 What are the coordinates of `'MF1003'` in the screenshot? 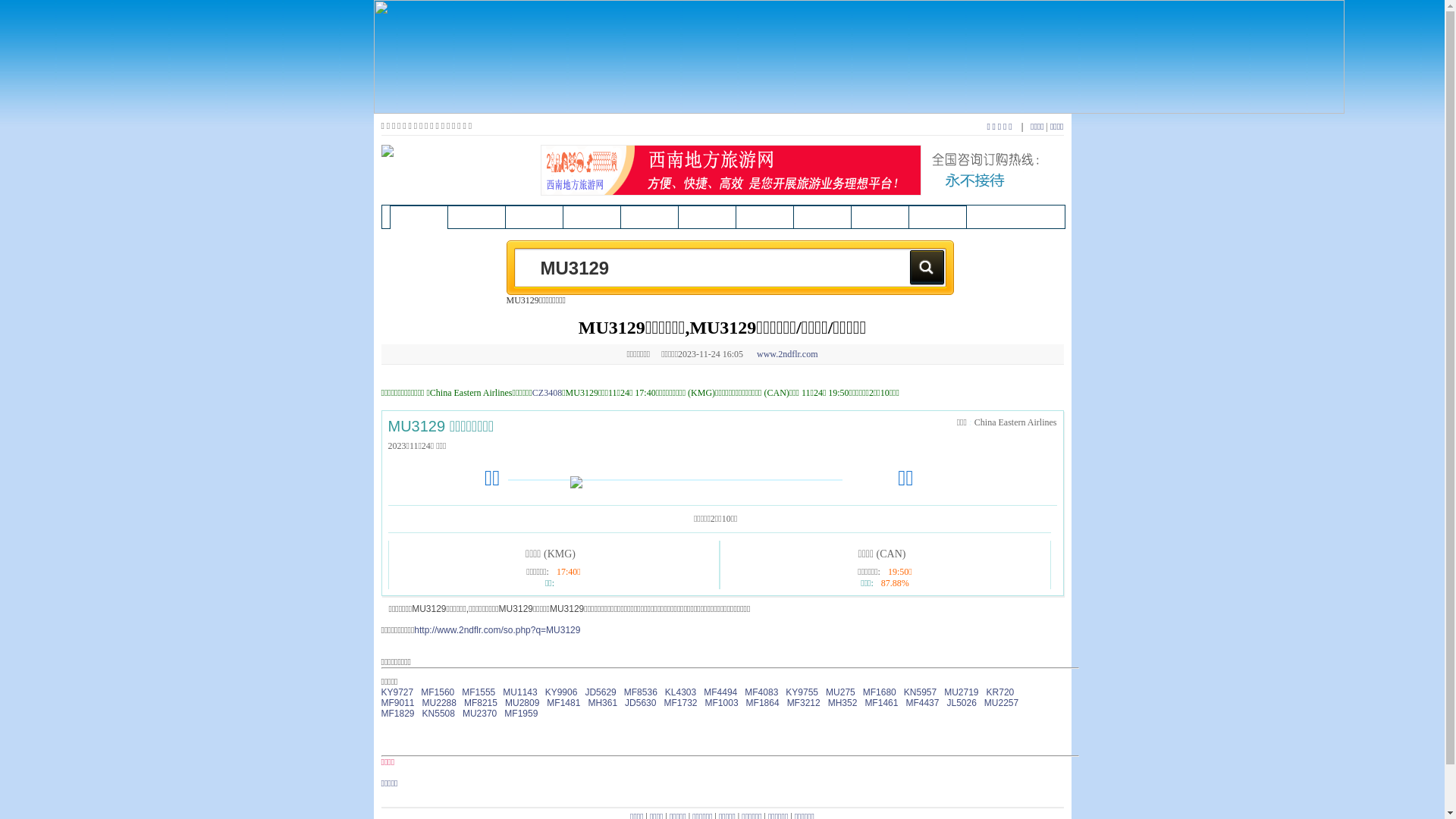 It's located at (720, 702).